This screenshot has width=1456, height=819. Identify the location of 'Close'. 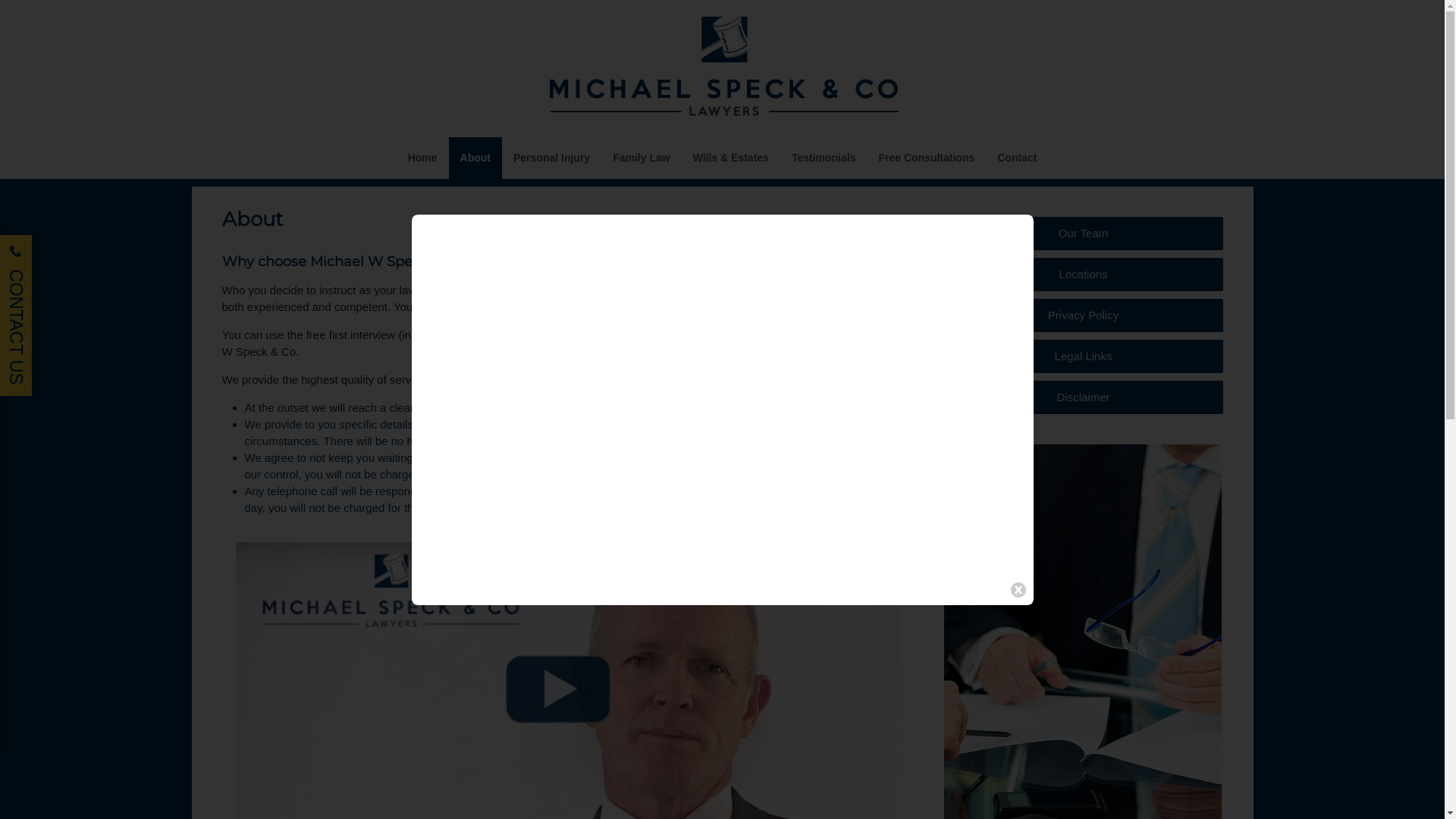
(1018, 589).